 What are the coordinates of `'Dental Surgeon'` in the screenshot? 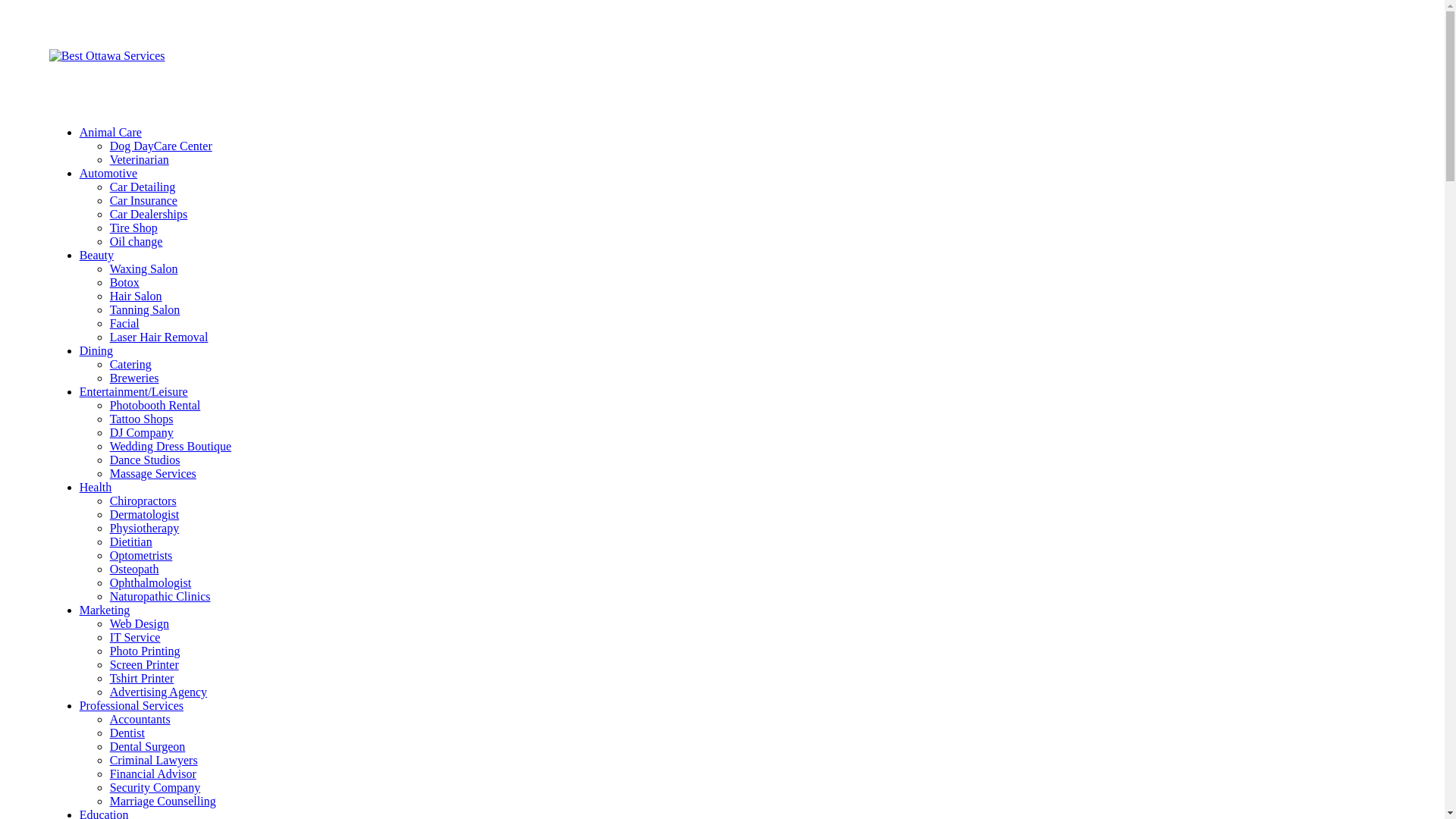 It's located at (108, 745).